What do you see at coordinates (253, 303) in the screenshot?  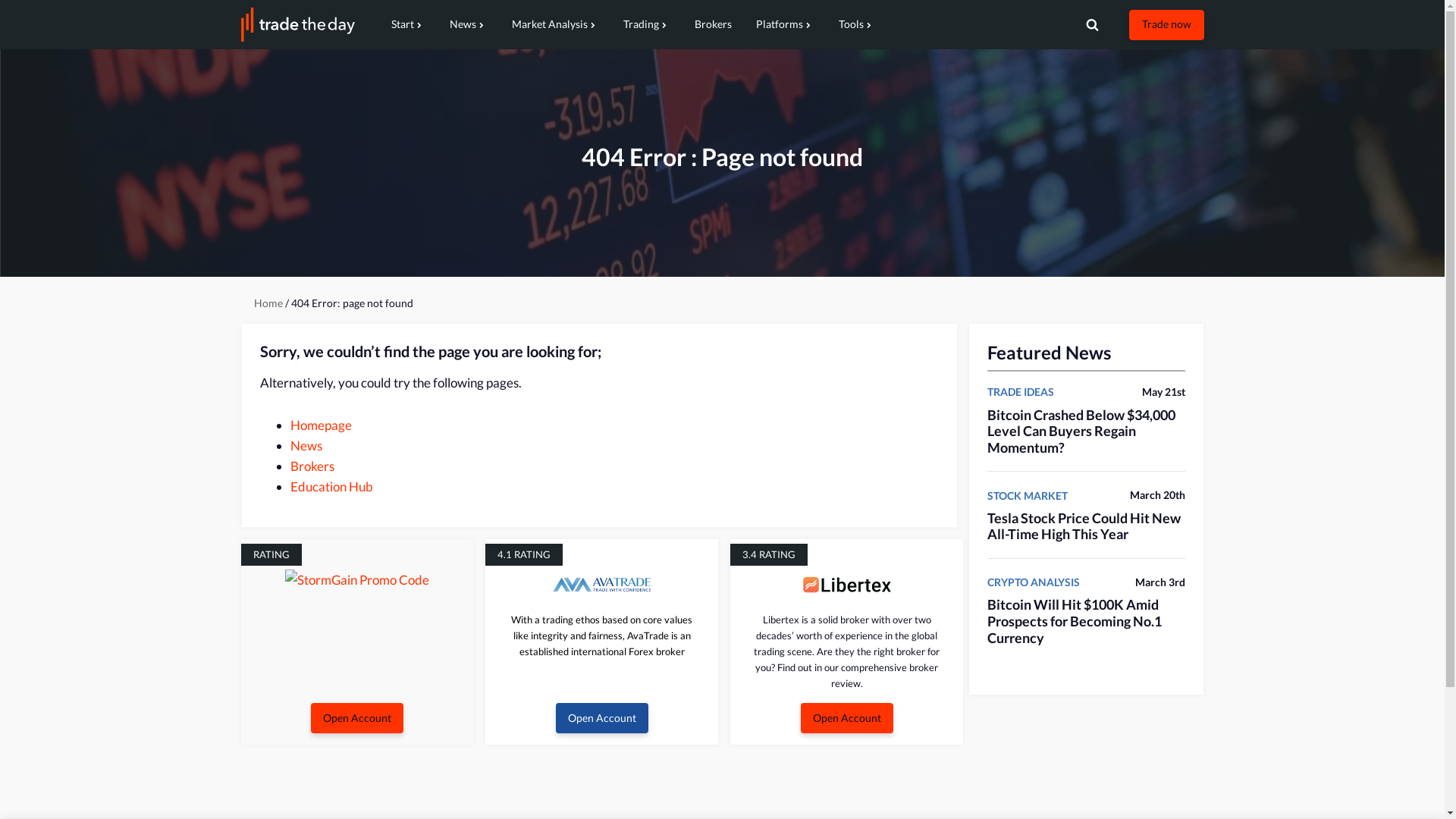 I see `'Home'` at bounding box center [253, 303].